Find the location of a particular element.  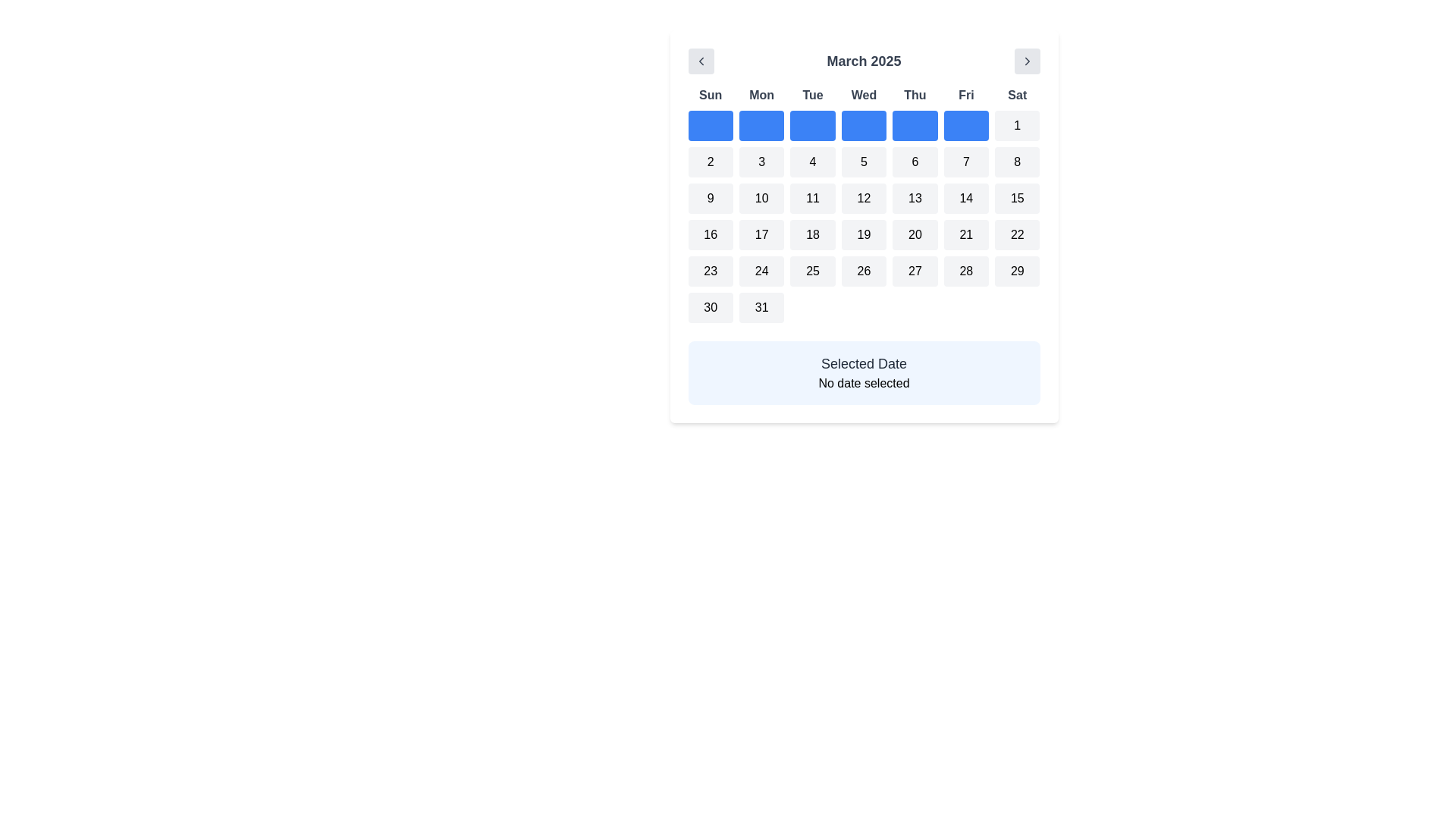

the button displaying the number '23' in the calendar grid below the 'March 2025' header is located at coordinates (710, 271).